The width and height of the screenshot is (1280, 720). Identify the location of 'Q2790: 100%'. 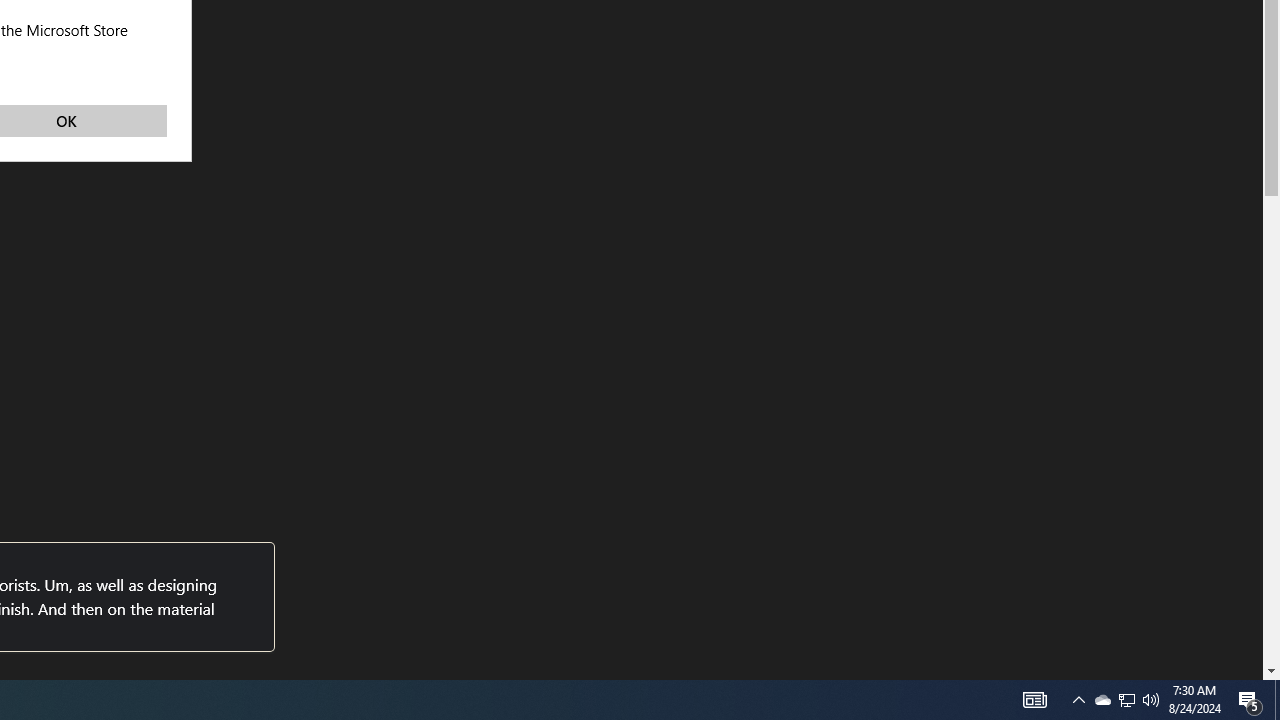
(1151, 698).